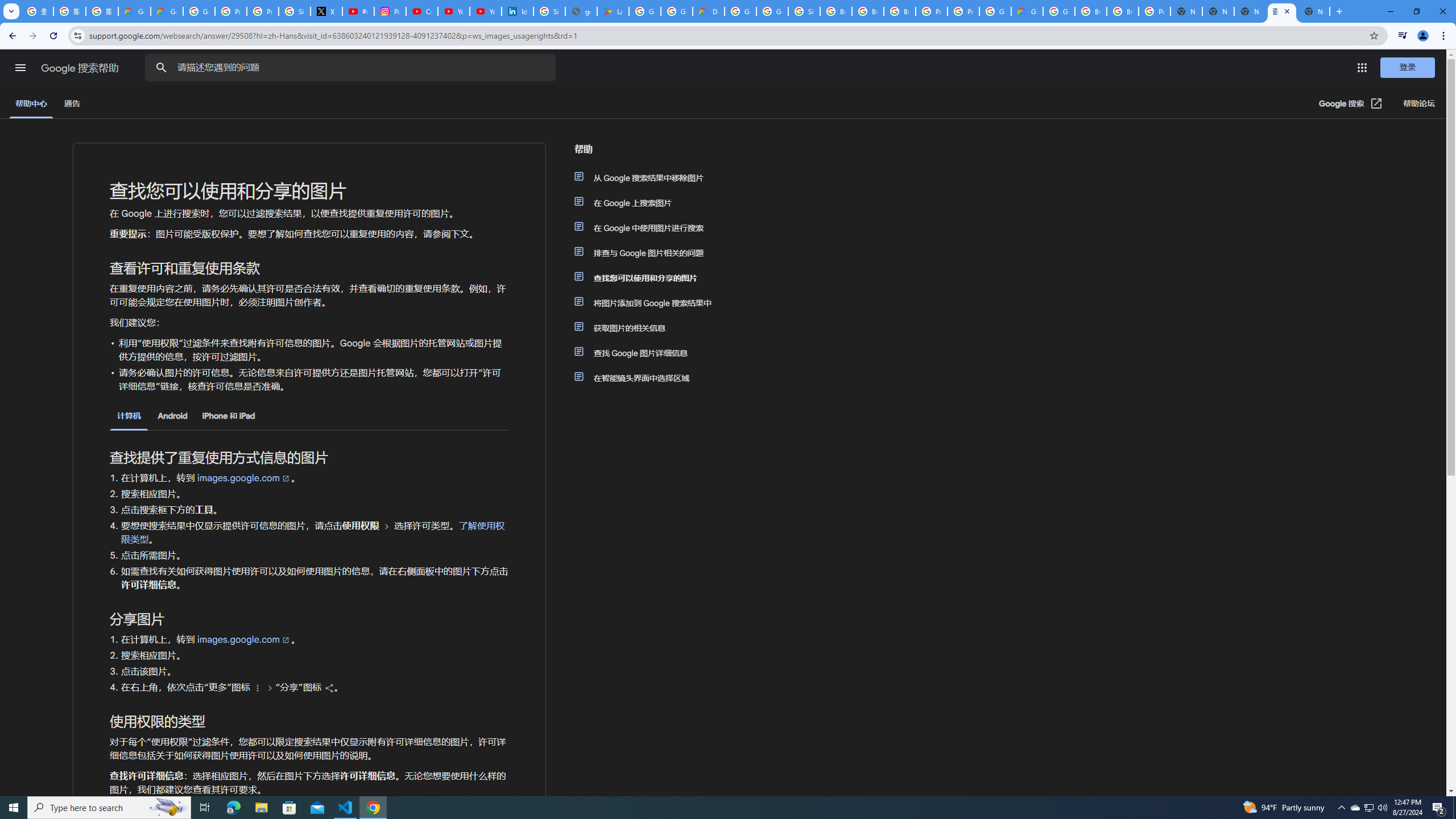 Image resolution: width=1456 pixels, height=819 pixels. Describe the element at coordinates (359, 11) in the screenshot. I see `'#nbabasketballhighlights - YouTube'` at that location.